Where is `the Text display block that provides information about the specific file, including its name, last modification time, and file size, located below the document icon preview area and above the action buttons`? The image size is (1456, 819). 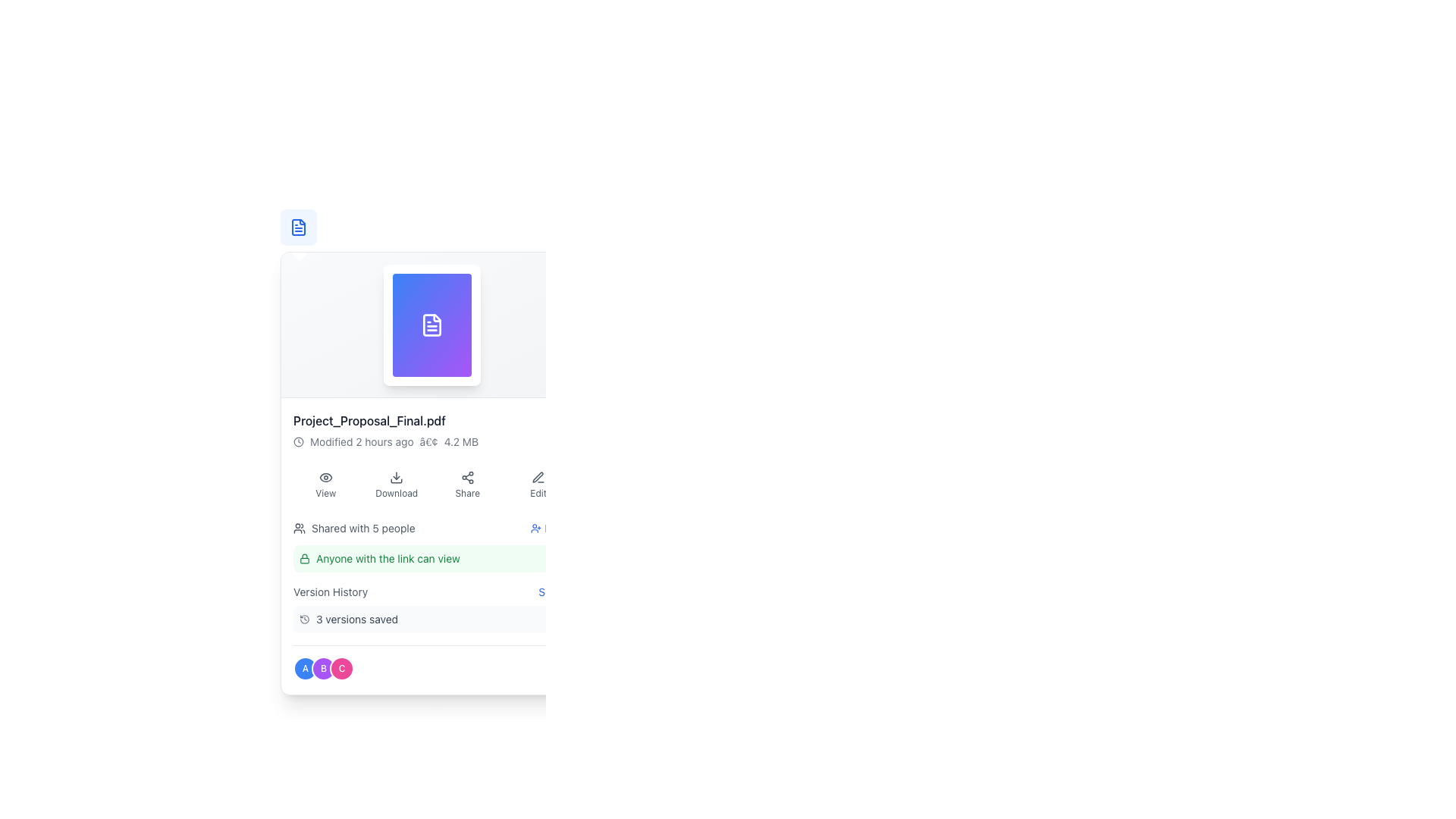 the Text display block that provides information about the specific file, including its name, last modification time, and file size, located below the document icon preview area and above the action buttons is located at coordinates (431, 430).